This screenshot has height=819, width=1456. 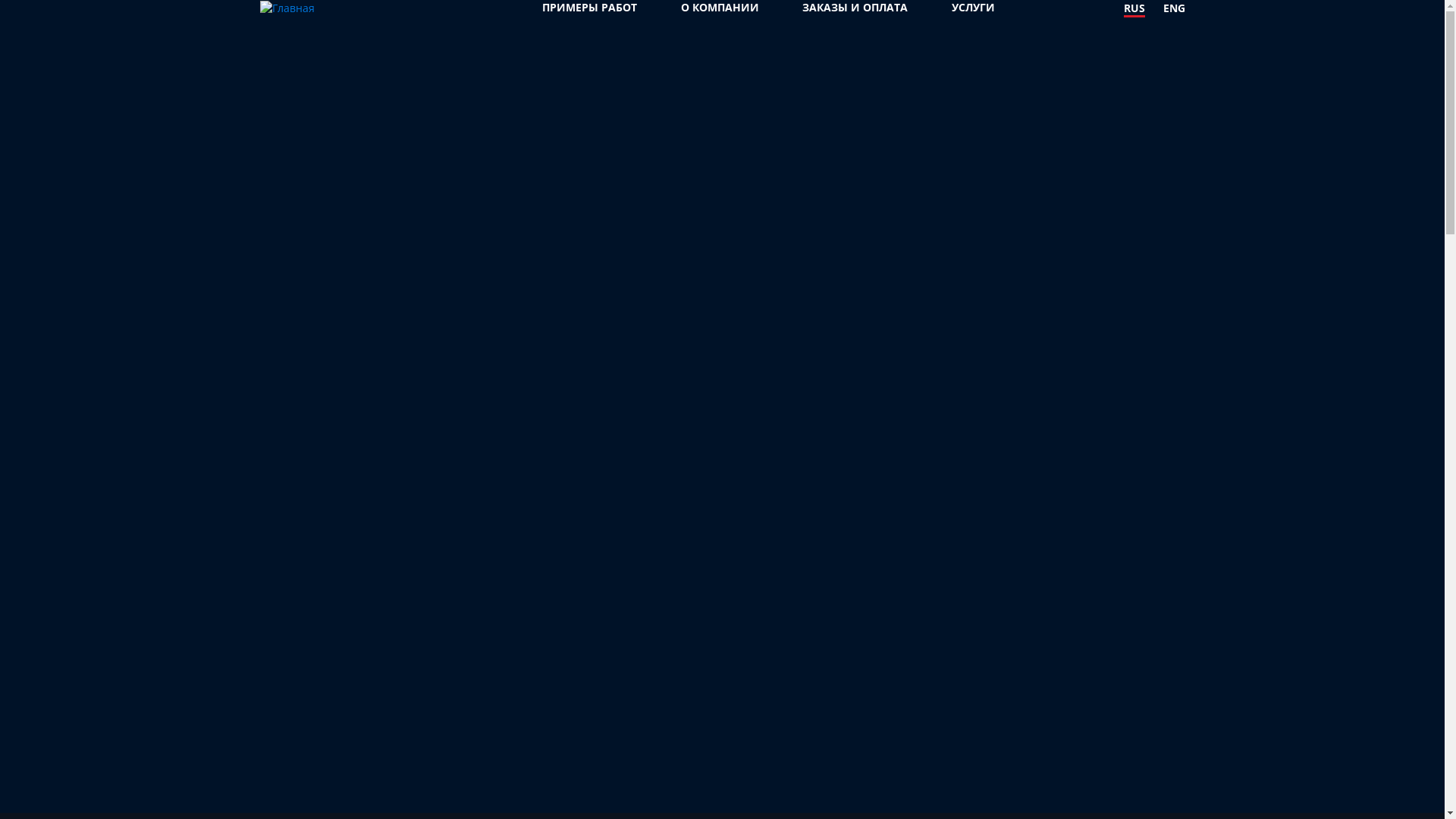 What do you see at coordinates (1134, 8) in the screenshot?
I see `'RUS'` at bounding box center [1134, 8].